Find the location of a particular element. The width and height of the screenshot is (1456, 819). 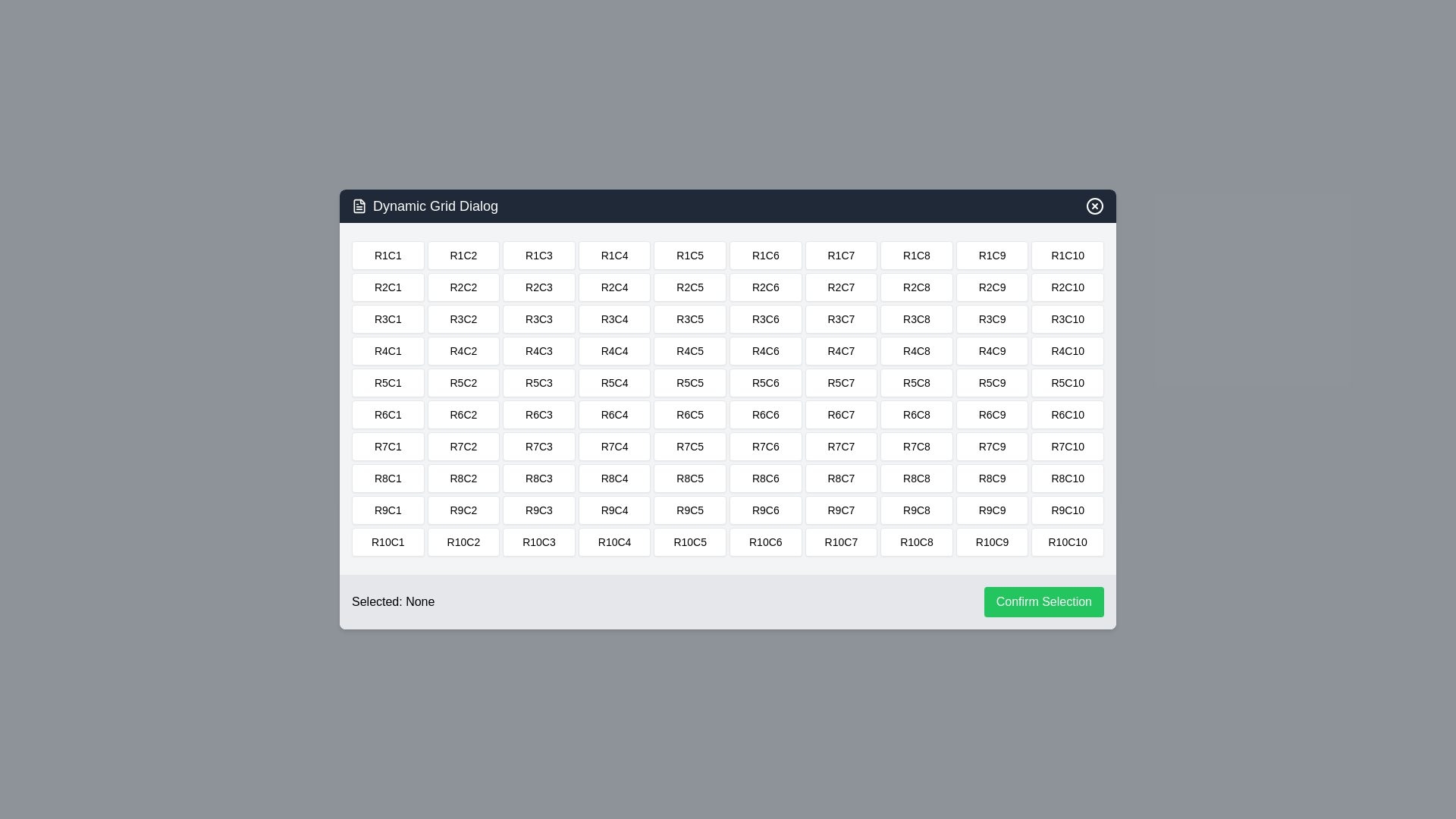

the close button in the top-right corner of the dialog is located at coordinates (1095, 206).